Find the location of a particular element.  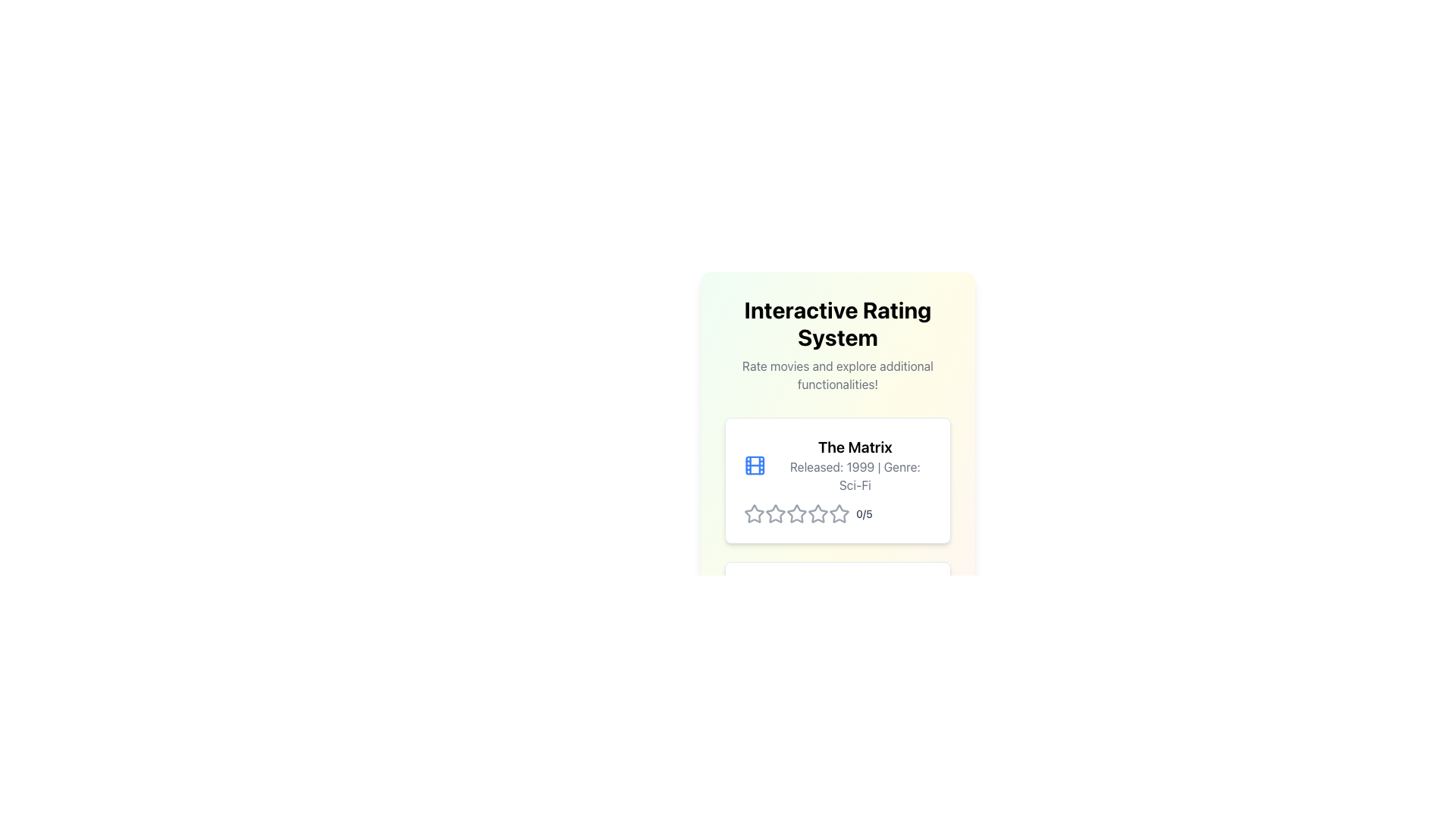

the leftmost star in the rating widget is located at coordinates (754, 513).